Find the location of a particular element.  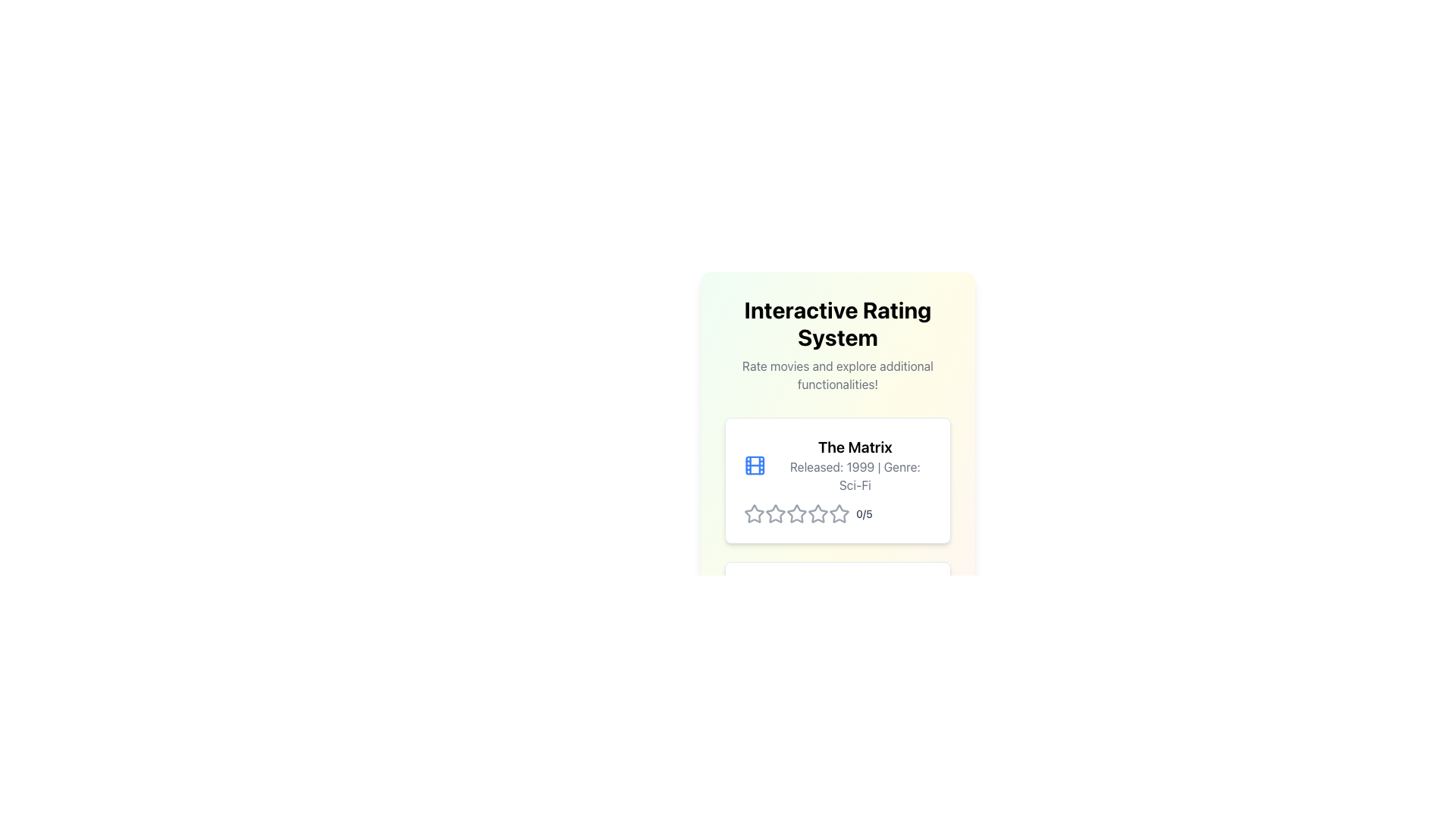

the leftmost star in the rating widget is located at coordinates (754, 513).